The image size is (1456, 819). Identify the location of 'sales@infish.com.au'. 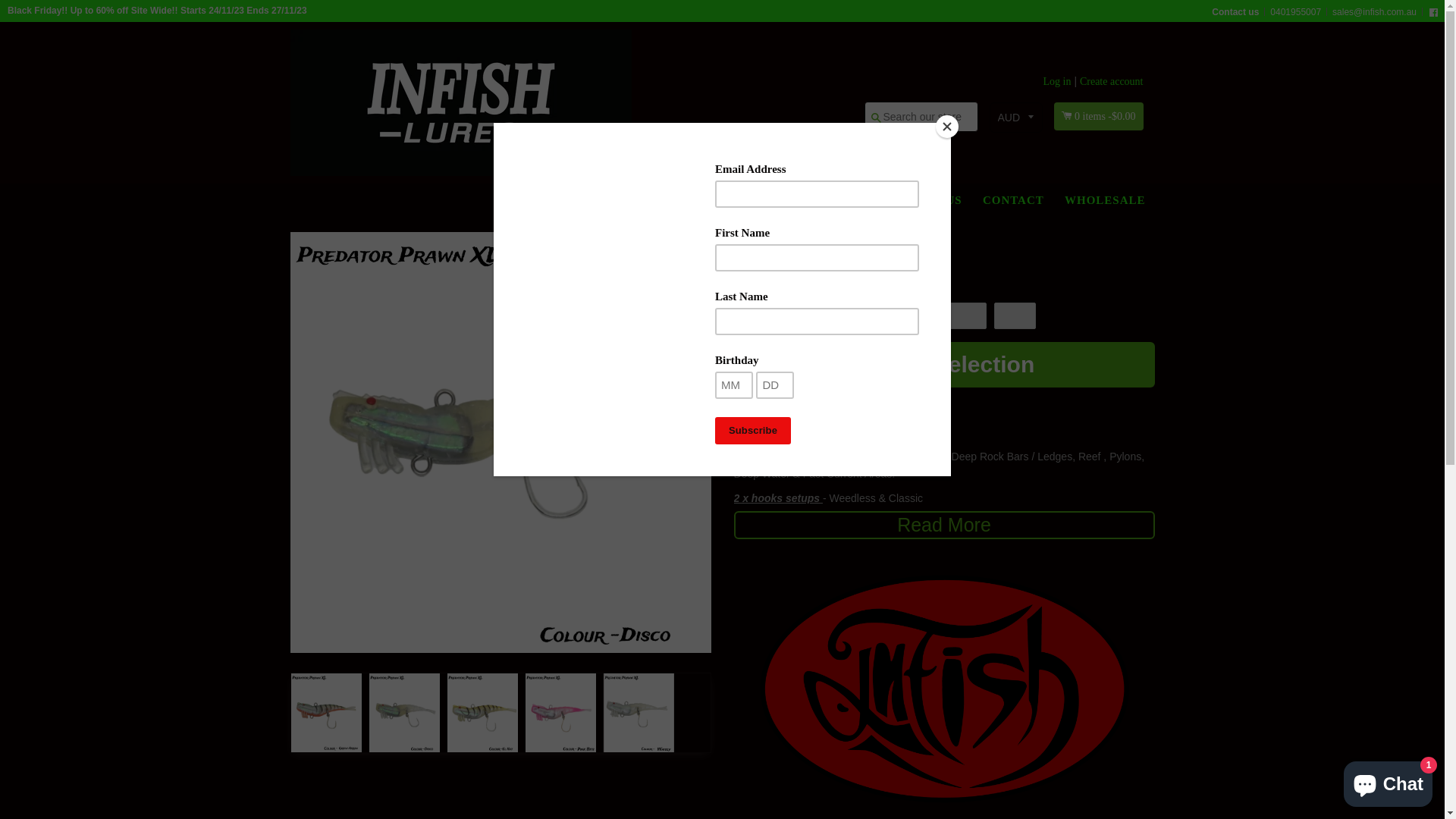
(1374, 11).